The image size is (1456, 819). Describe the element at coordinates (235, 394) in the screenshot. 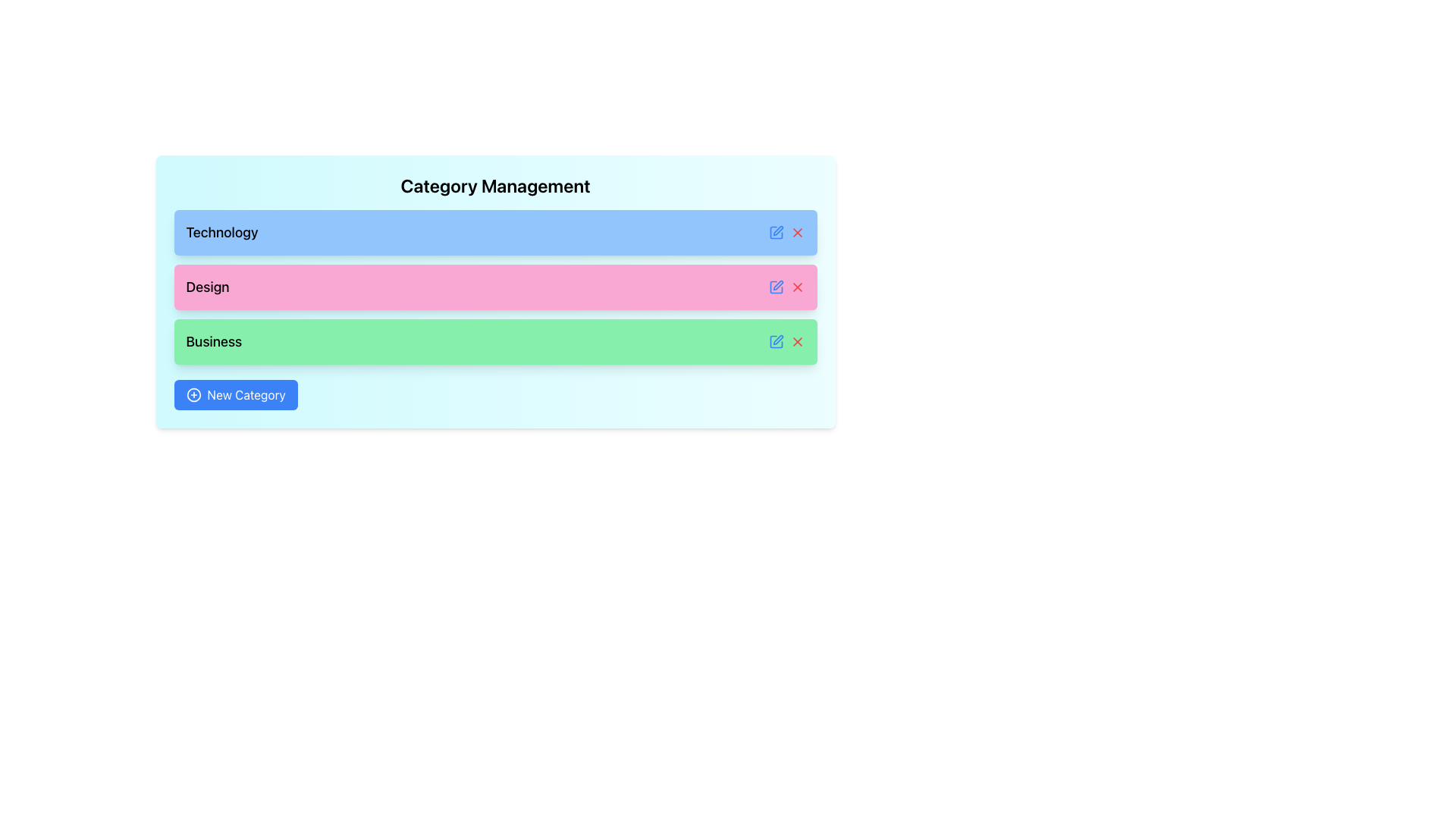

I see `the 'New Category' button with a blue background and white text to observe hover effects` at that location.